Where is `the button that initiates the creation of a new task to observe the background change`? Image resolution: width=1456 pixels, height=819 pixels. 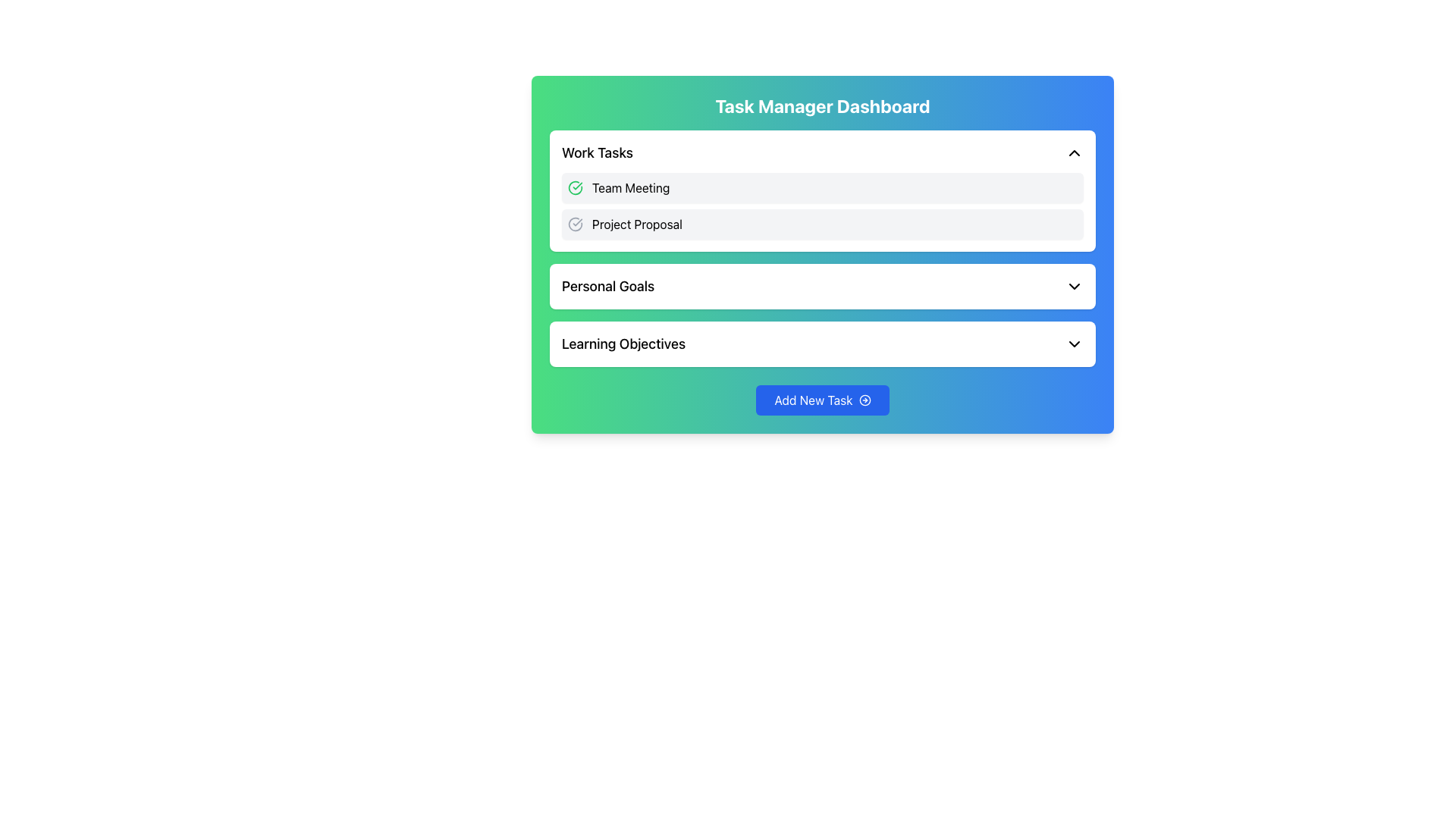
the button that initiates the creation of a new task to observe the background change is located at coordinates (821, 400).